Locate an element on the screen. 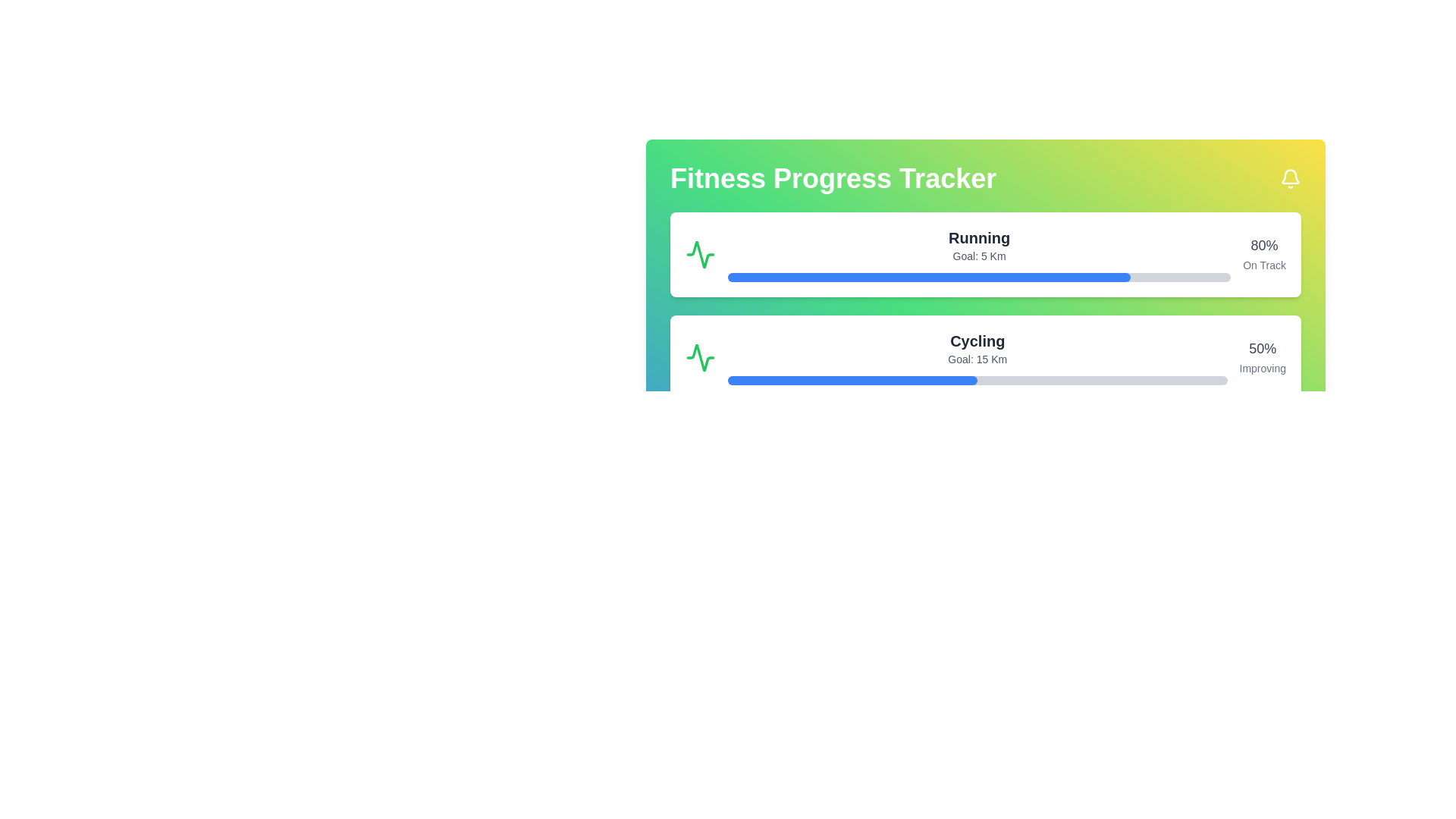  text for the cycling goal and status displayed in the composite component showing 'Cycling' and 'Goal: 15 Km' is located at coordinates (977, 357).